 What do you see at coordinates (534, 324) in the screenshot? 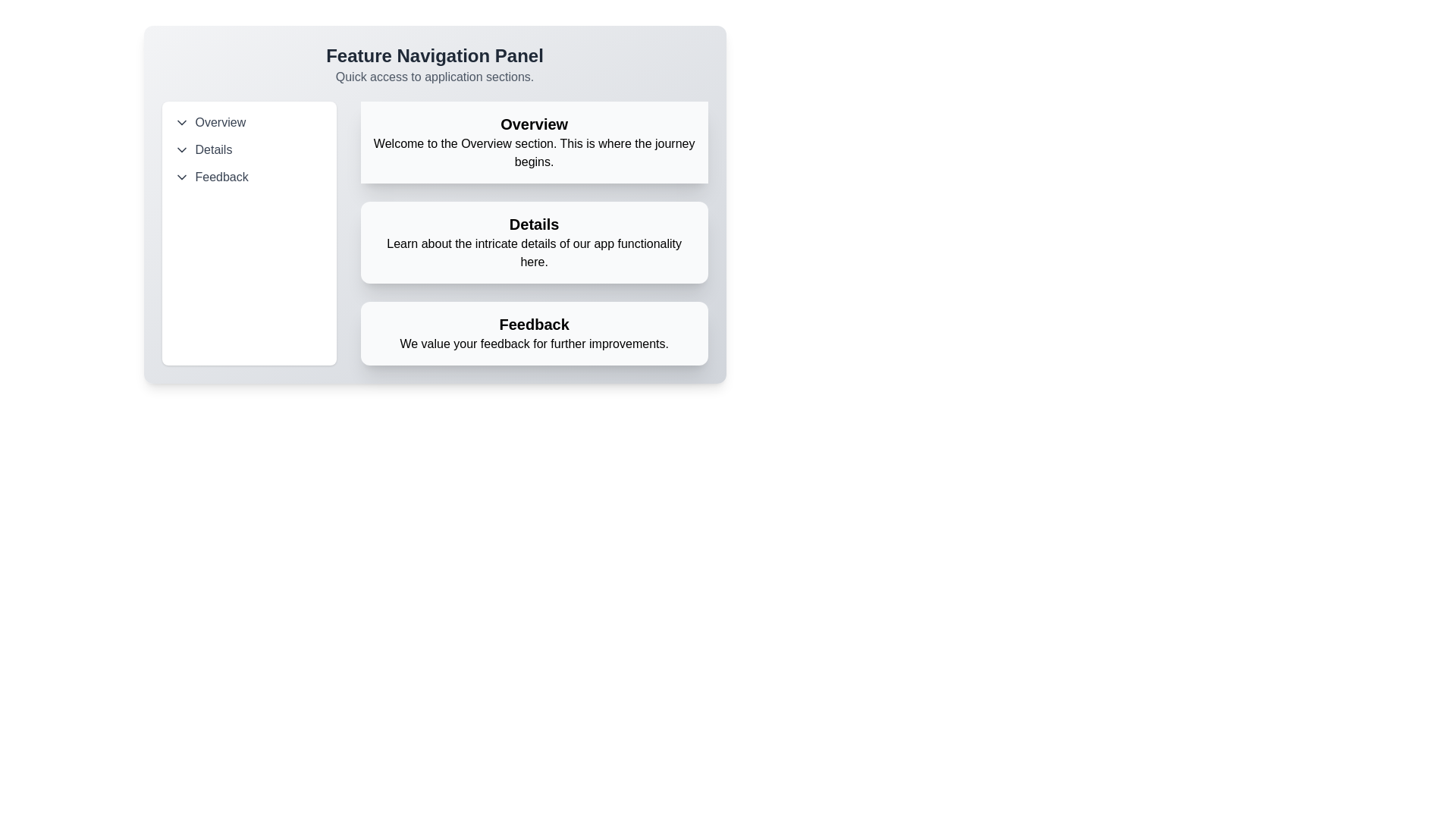
I see `the Text label that serves as the title for the feedback section, located at the top of the 'Feedback' card-like section in the bottom right of the main interface` at bounding box center [534, 324].